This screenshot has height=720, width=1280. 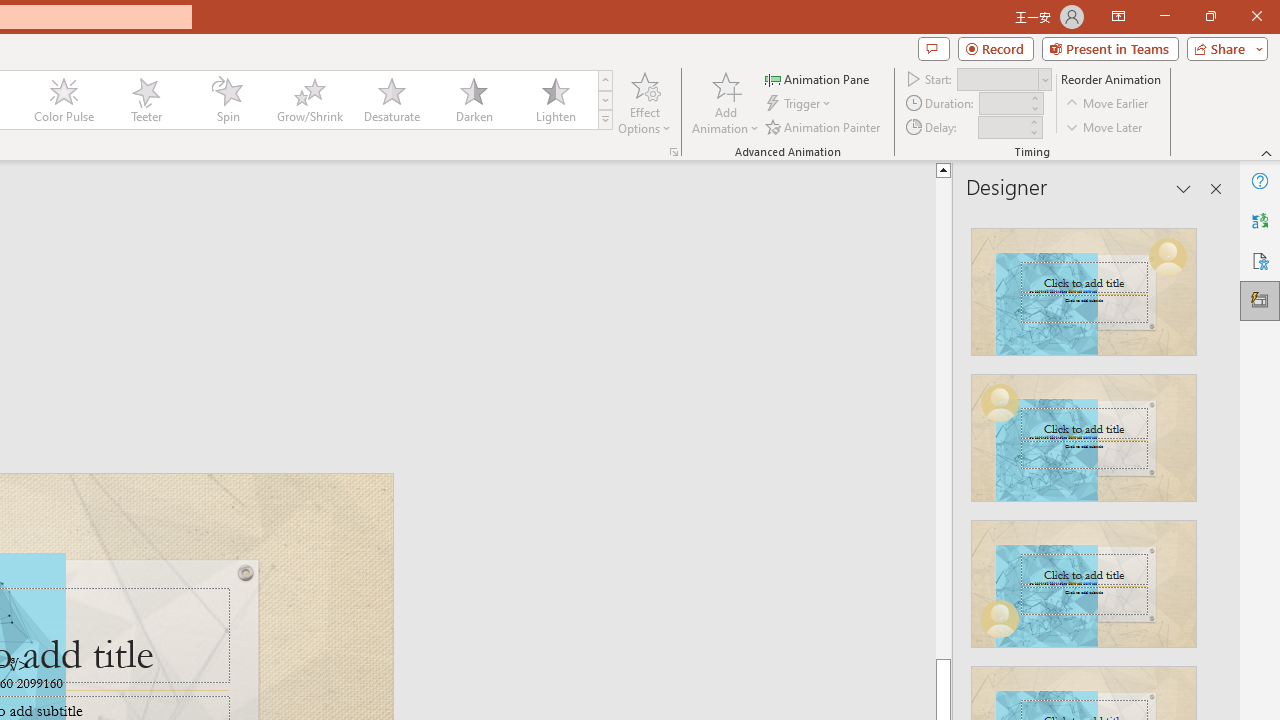 I want to click on 'Lighten', so click(x=555, y=100).